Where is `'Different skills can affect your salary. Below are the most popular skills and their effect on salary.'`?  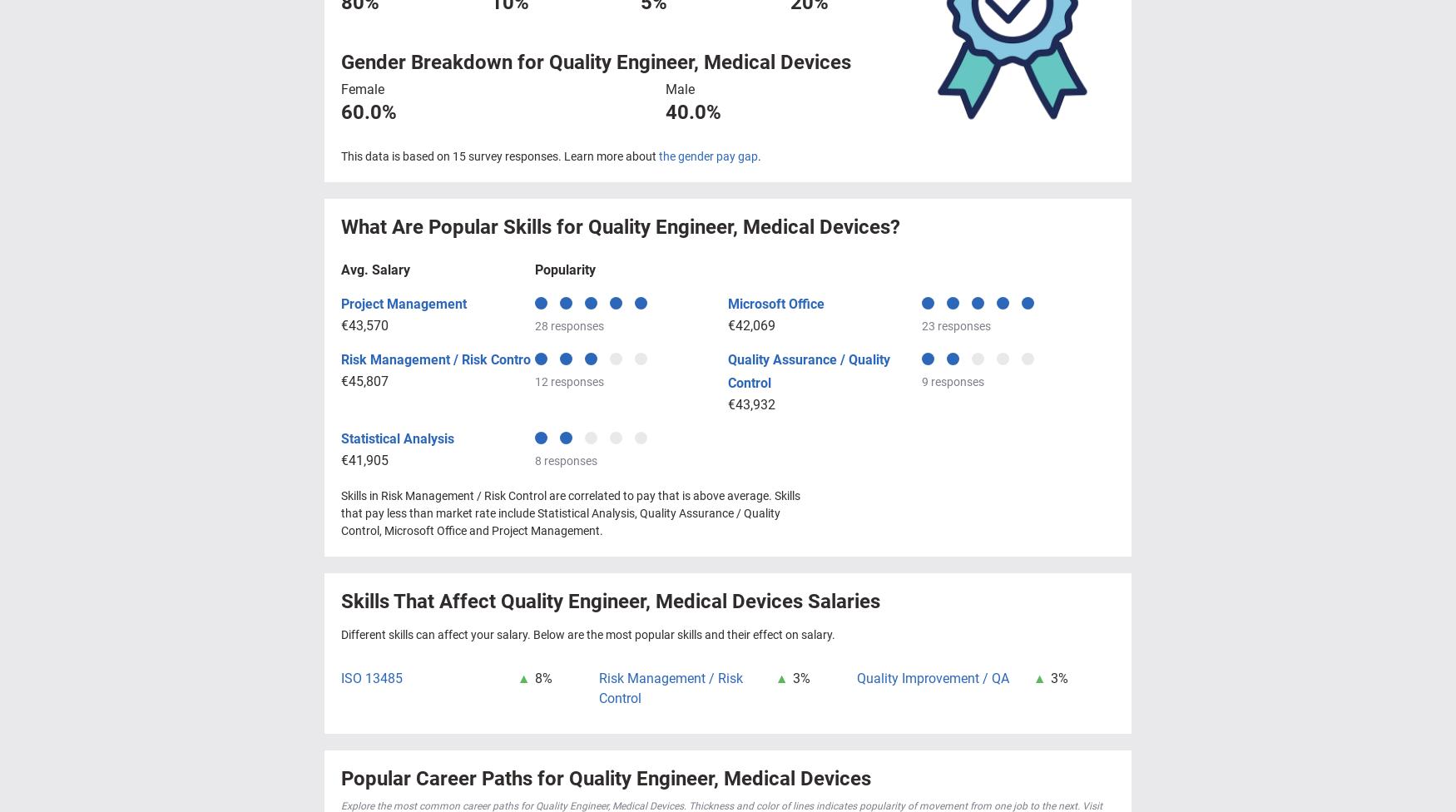
'Different skills can affect your salary. Below are the most popular skills and their effect on salary.' is located at coordinates (588, 633).